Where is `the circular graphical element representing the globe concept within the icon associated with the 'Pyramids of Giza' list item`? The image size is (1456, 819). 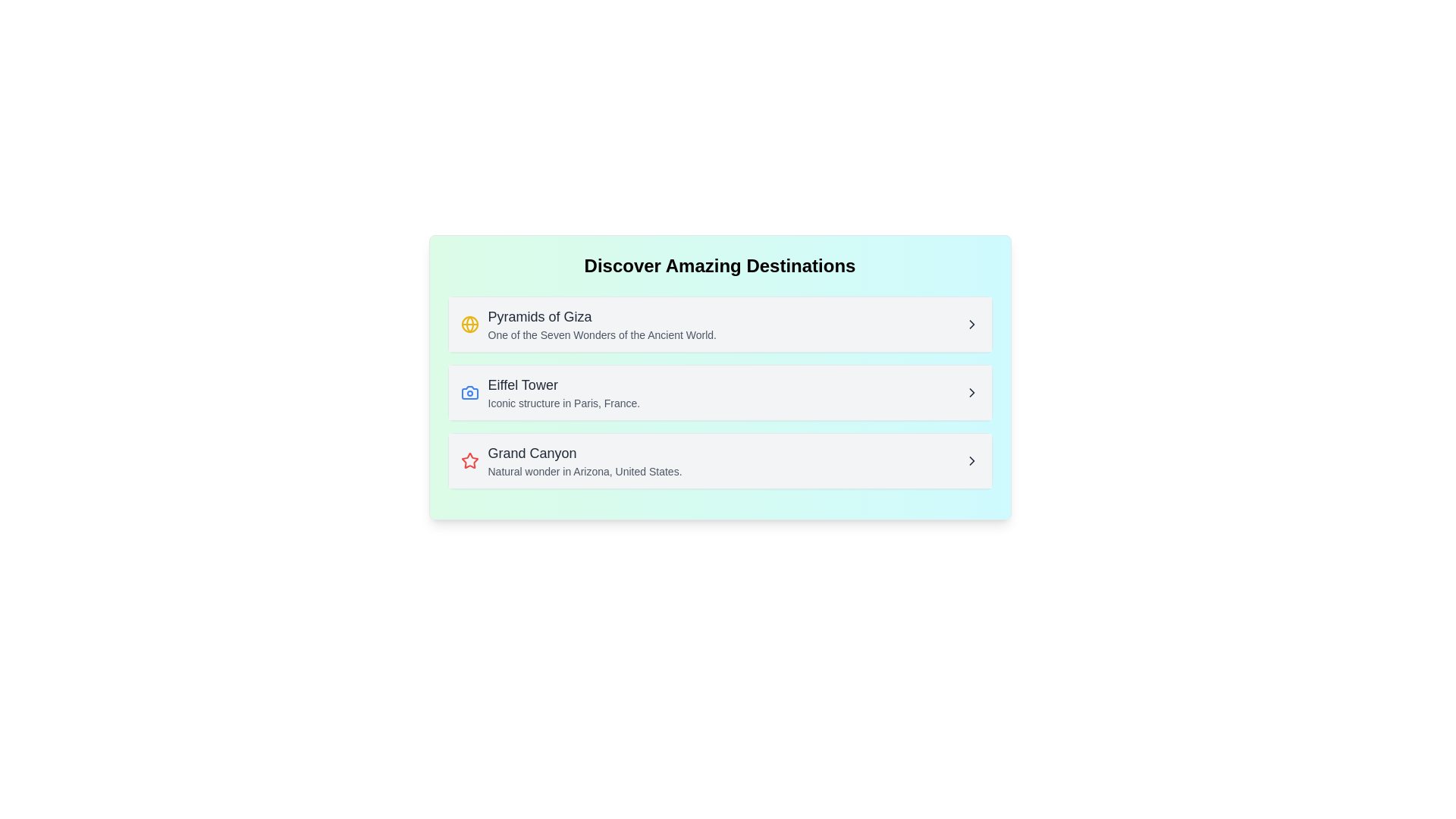 the circular graphical element representing the globe concept within the icon associated with the 'Pyramids of Giza' list item is located at coordinates (469, 324).